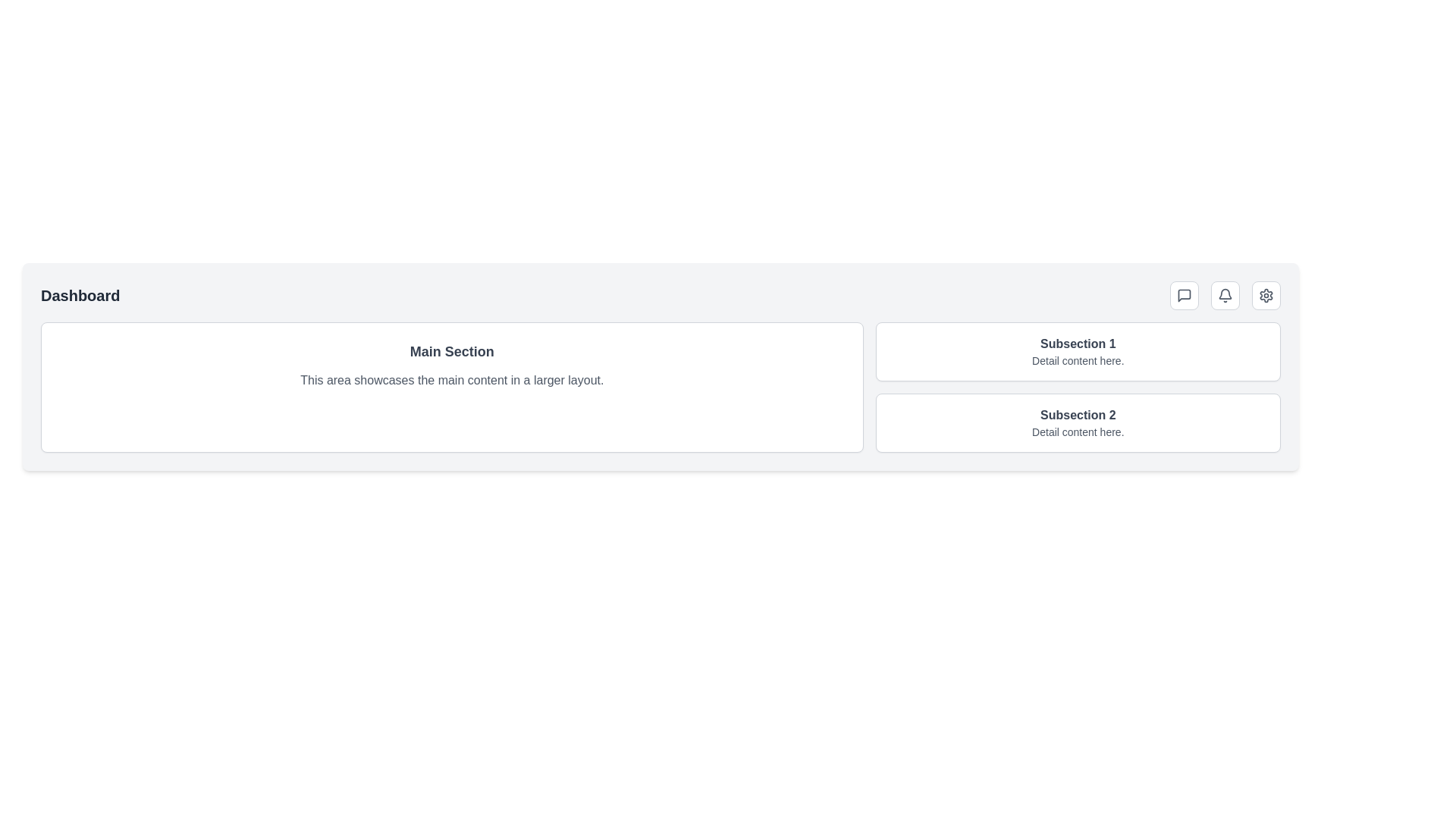  I want to click on the text label reading 'Subsection 1', which is styled with medium font weight and dark gray color, located in a white rectangular card with a light gray border, so click(1077, 344).